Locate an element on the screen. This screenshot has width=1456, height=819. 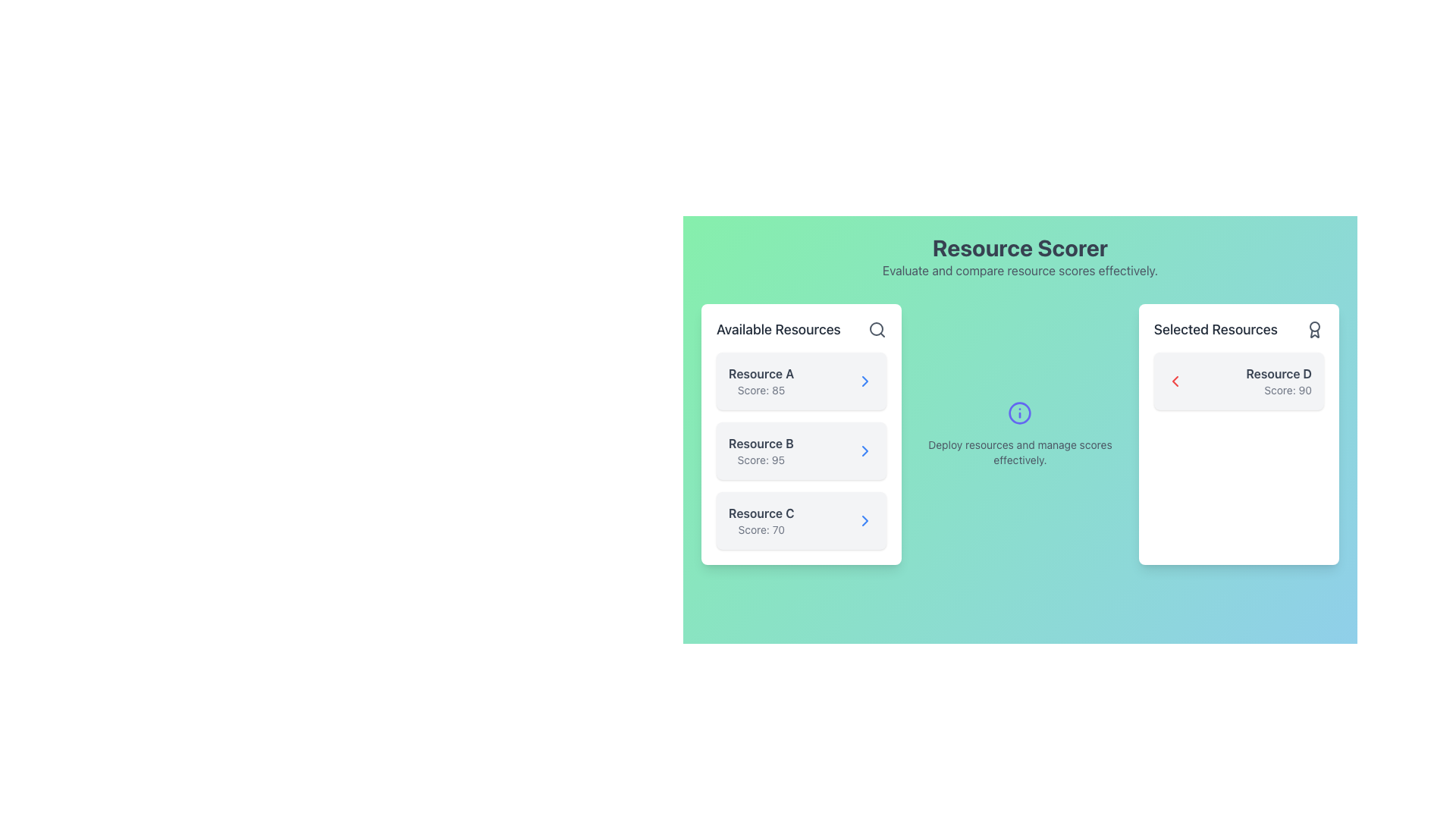
the Header section titled 'Resource Scorer' to potentially reveal additional tooltips or interactions is located at coordinates (1020, 256).